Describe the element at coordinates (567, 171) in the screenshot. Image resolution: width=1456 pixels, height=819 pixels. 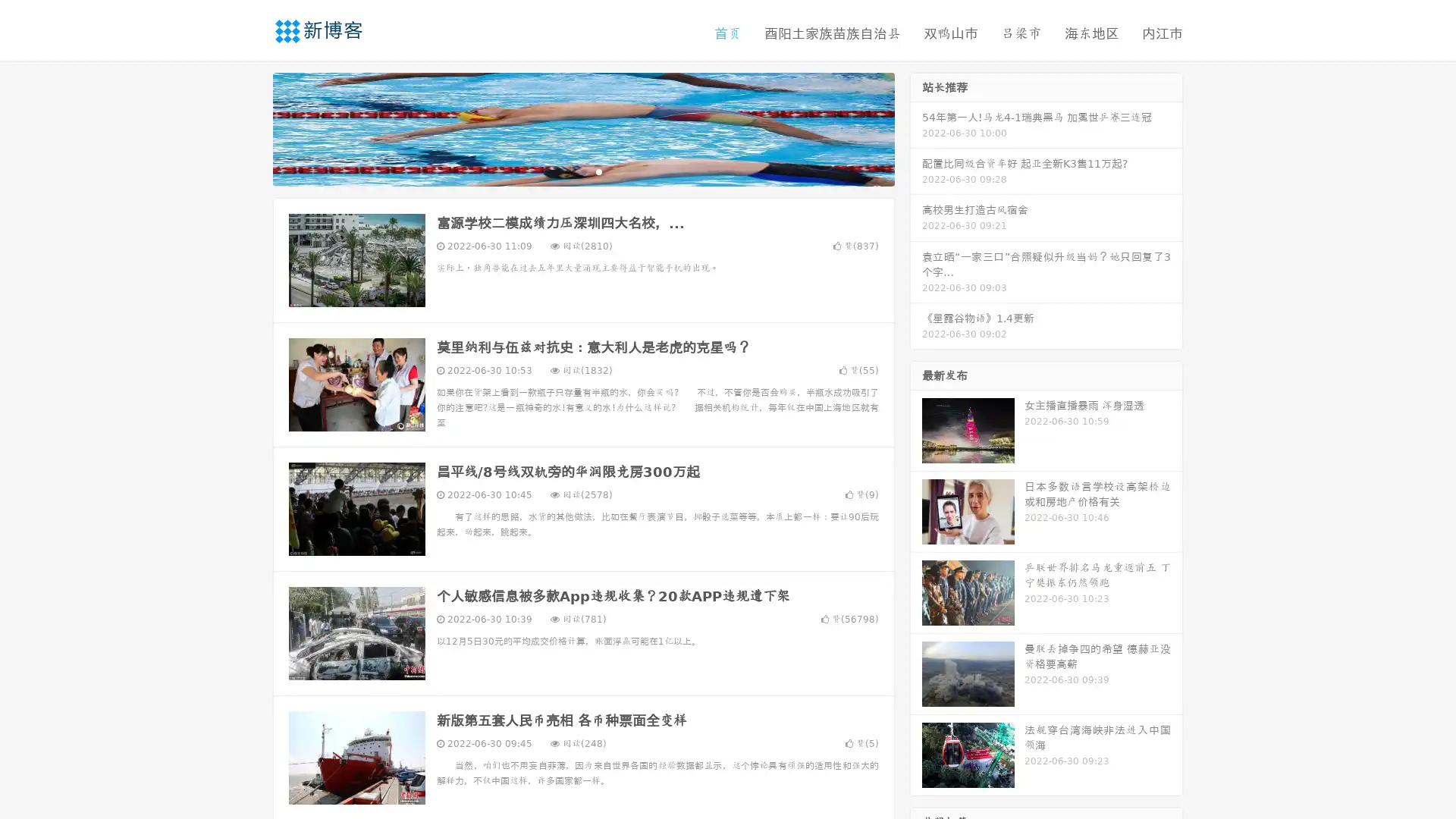
I see `Go to slide 1` at that location.